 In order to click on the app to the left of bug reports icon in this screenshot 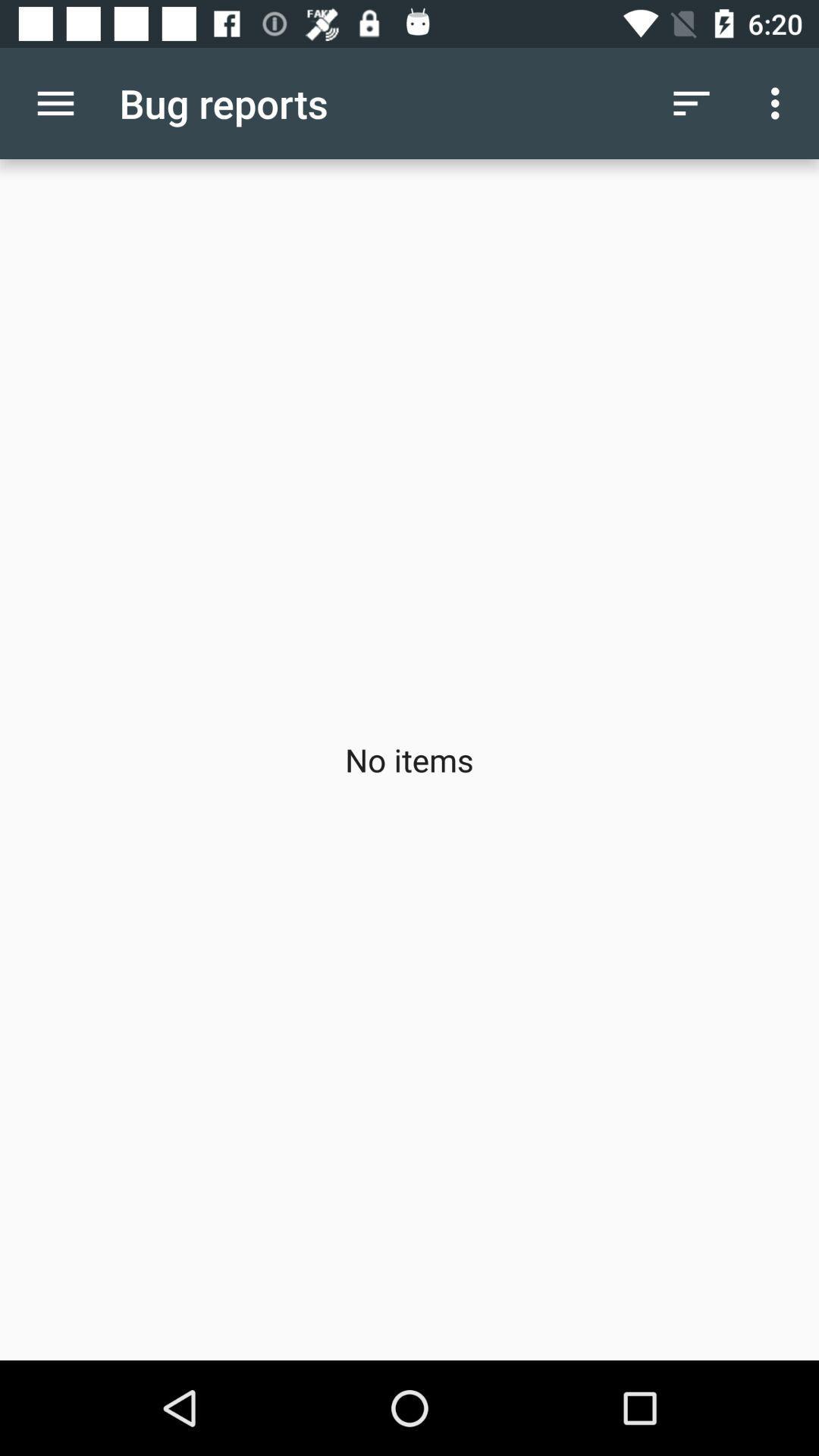, I will do `click(55, 102)`.